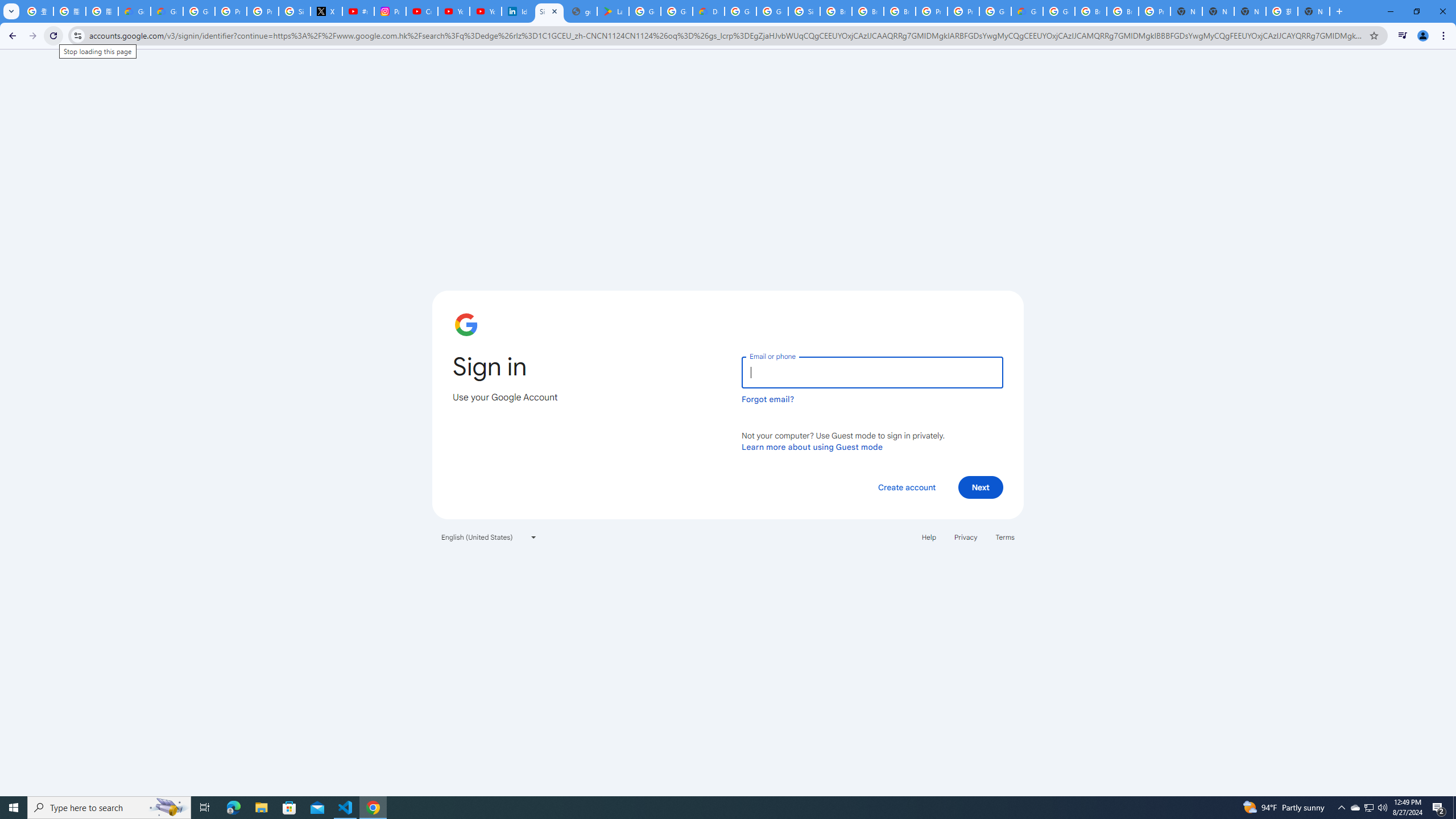 The image size is (1456, 819). Describe the element at coordinates (230, 11) in the screenshot. I see `'Privacy Help Center - Policies Help'` at that location.